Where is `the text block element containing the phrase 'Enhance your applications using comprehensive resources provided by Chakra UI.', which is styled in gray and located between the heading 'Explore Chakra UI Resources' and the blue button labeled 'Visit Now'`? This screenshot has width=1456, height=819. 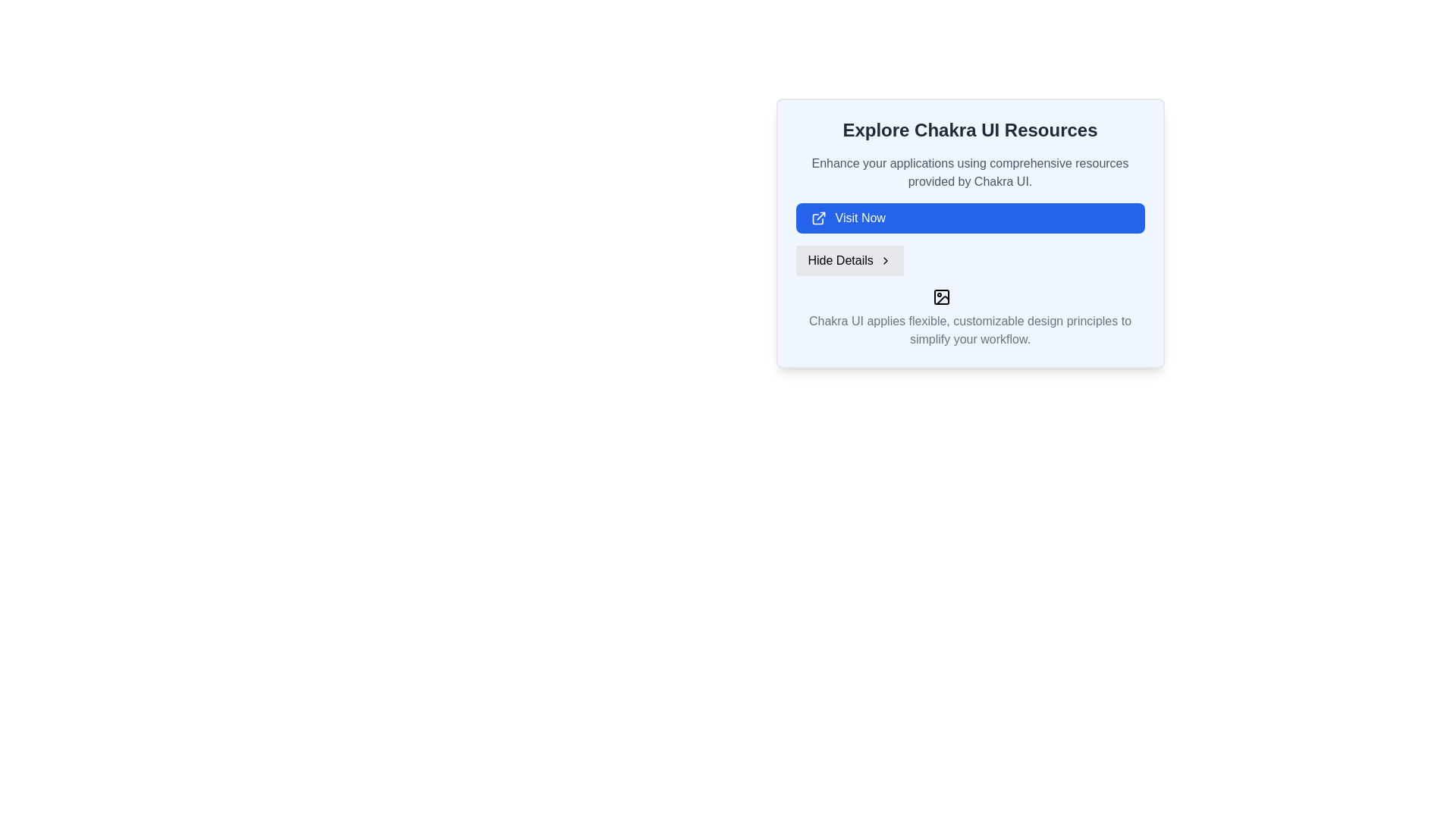 the text block element containing the phrase 'Enhance your applications using comprehensive resources provided by Chakra UI.', which is styled in gray and located between the heading 'Explore Chakra UI Resources' and the blue button labeled 'Visit Now' is located at coordinates (969, 171).